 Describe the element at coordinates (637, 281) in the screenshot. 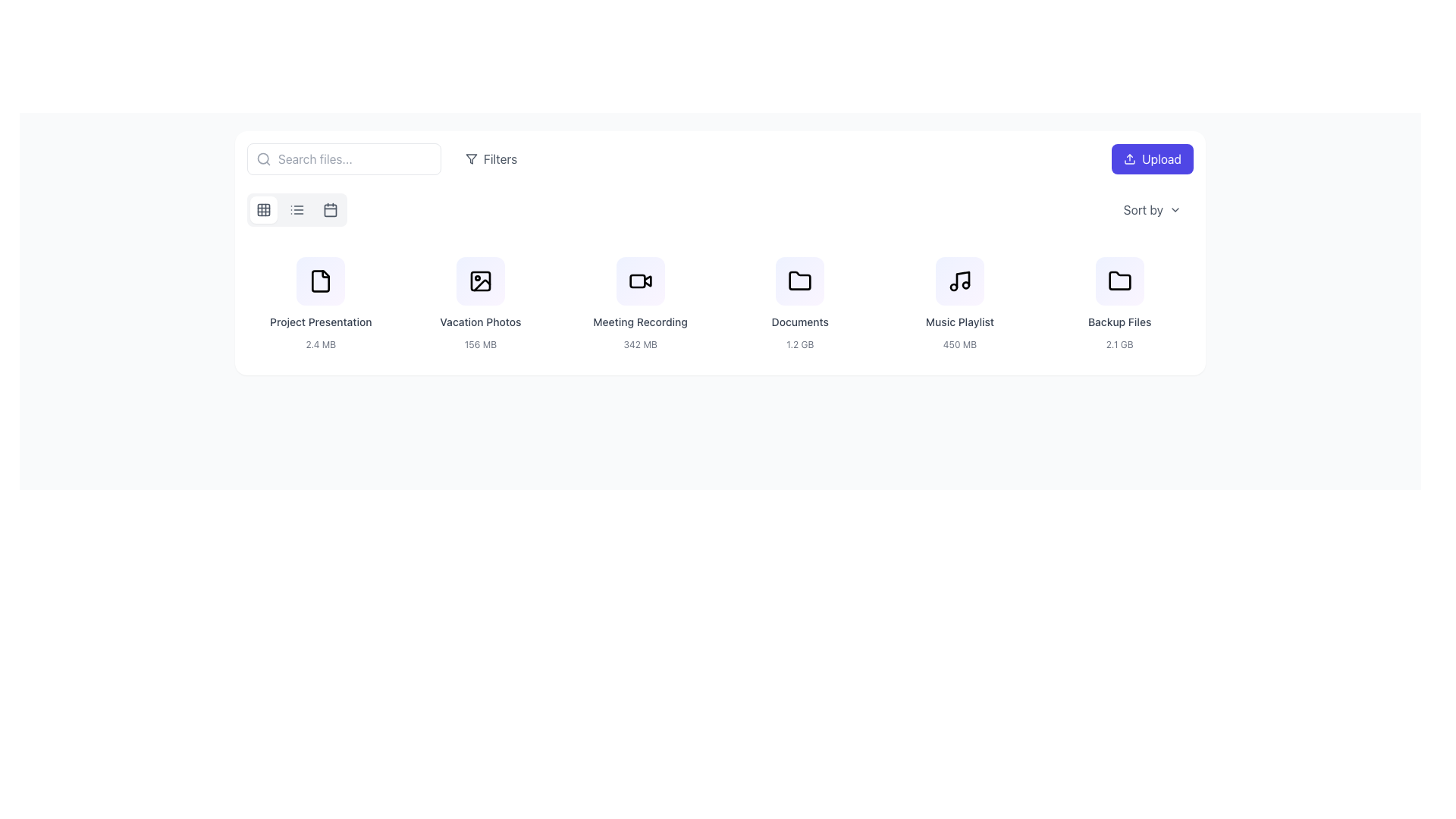

I see `the rectangular shape with rounded corners inside the video camera icon associated with the 'Meeting Recording' file, which is the third icon from the left in the row of file entries` at that location.